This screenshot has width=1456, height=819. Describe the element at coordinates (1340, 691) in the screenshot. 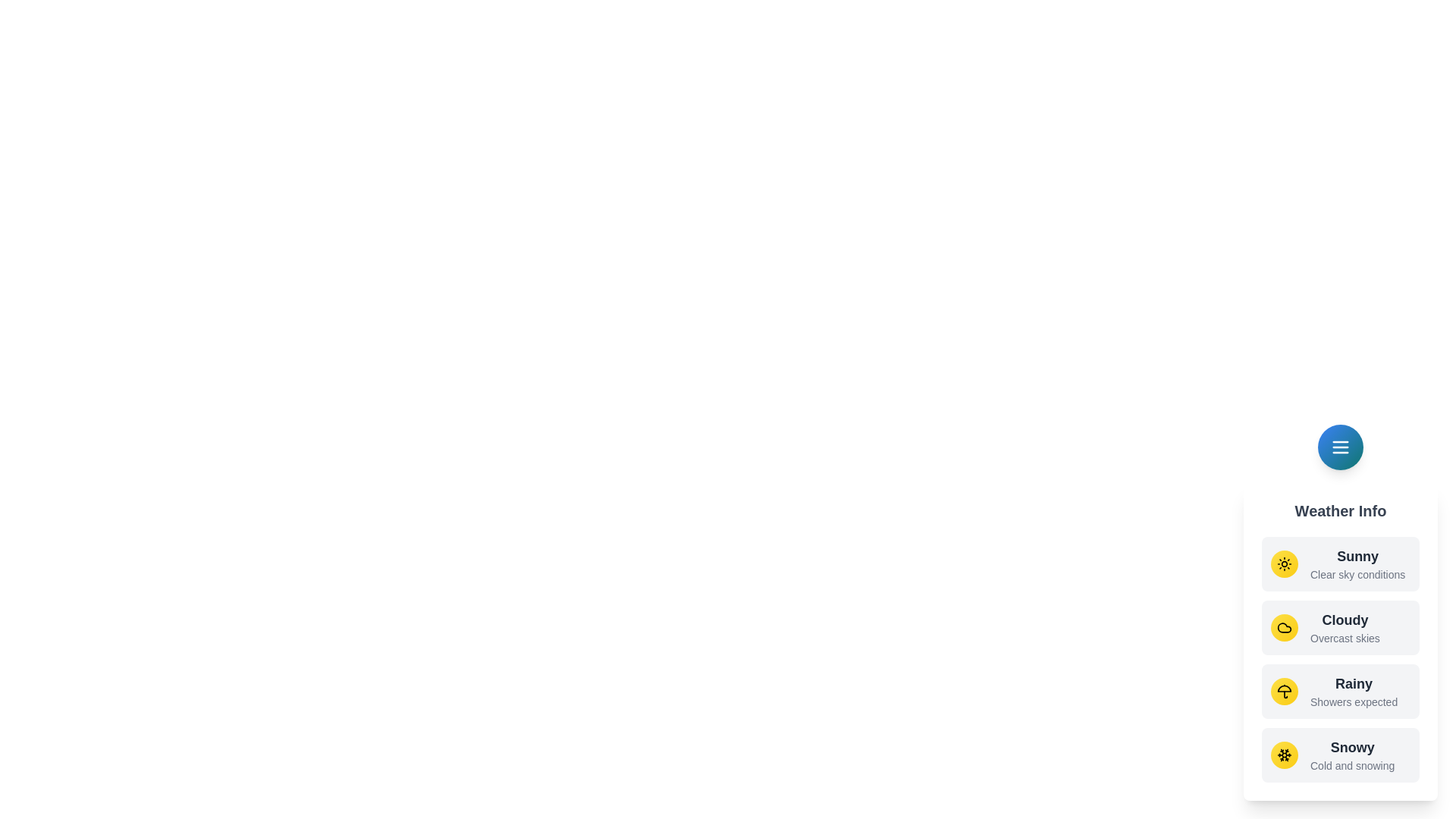

I see `the weather option Rainy from the menu` at that location.